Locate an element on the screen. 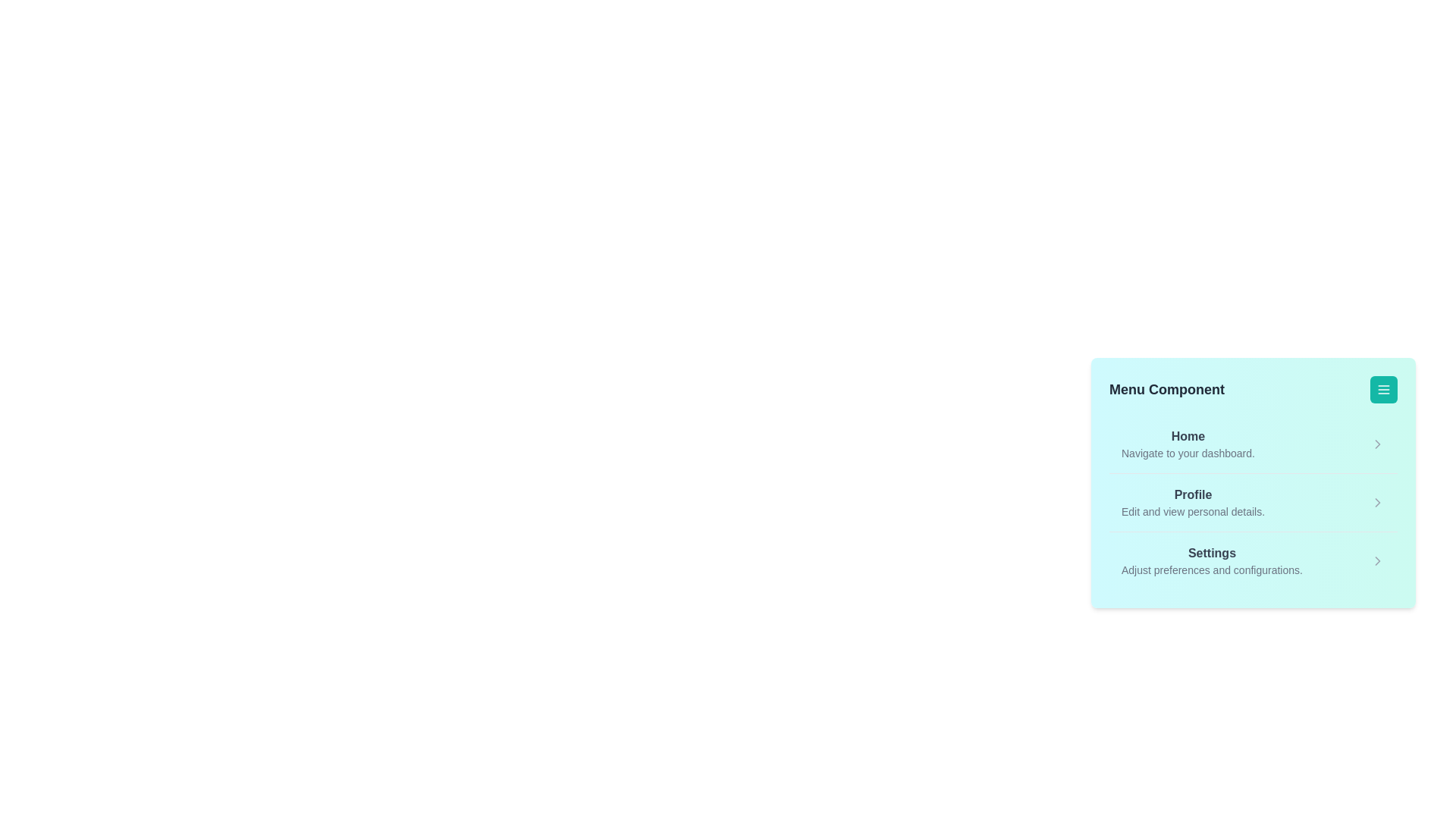  the menu item Settings from the menu list is located at coordinates (1211, 561).